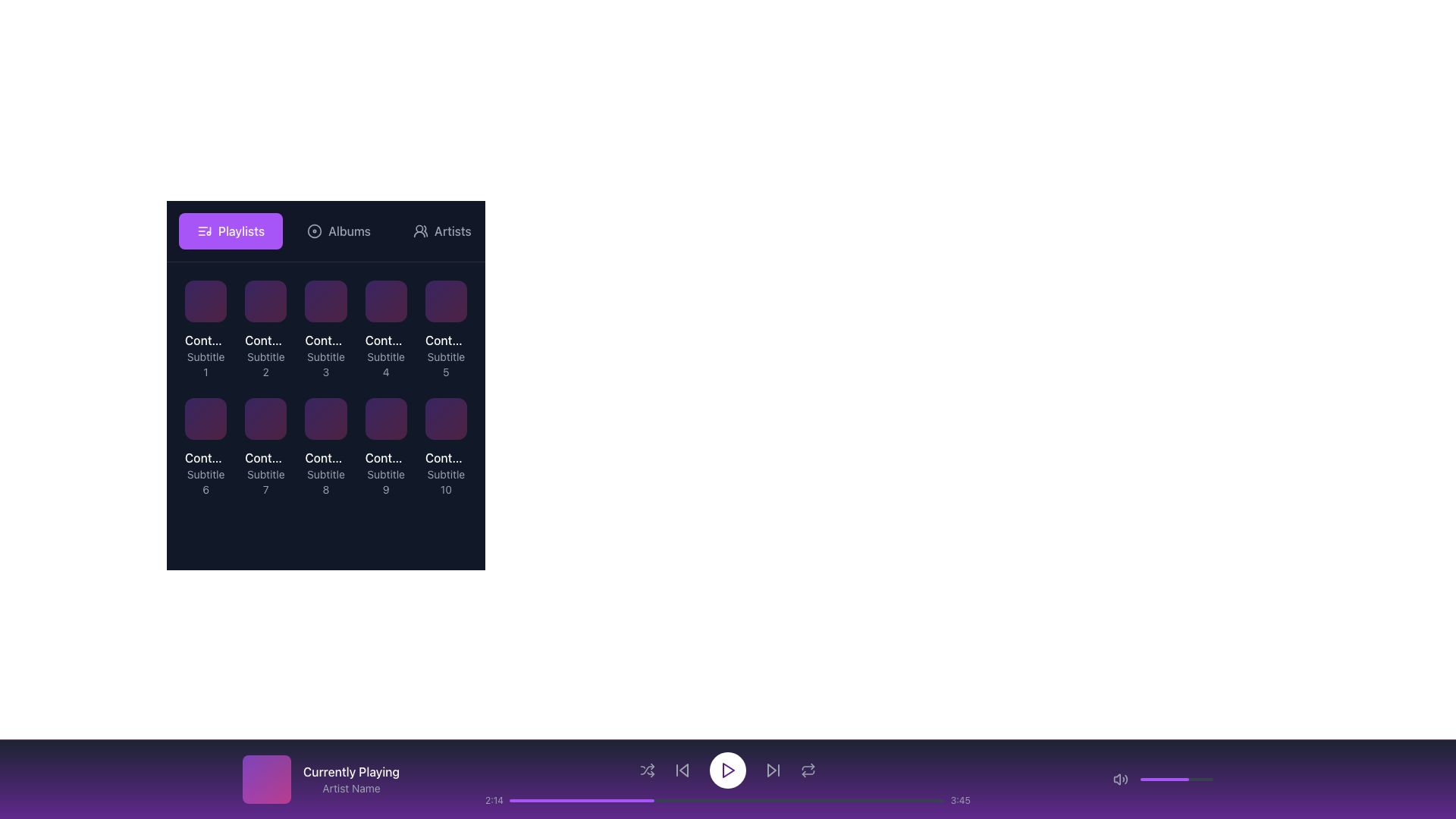  Describe the element at coordinates (728, 770) in the screenshot. I see `the play icon button, which is a small triangle pointing to the right, located in the bottom control bar of the media player interface` at that location.